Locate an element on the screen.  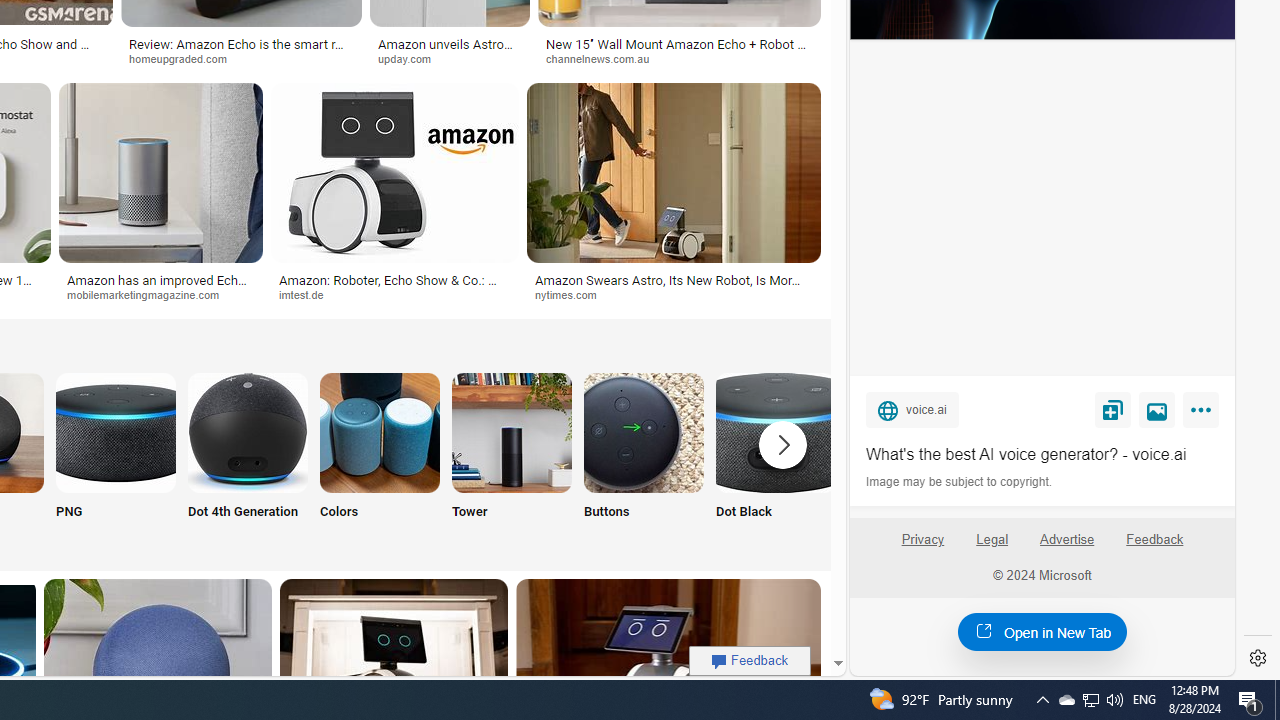
'Amazon Echo Tower' is located at coordinates (512, 431).